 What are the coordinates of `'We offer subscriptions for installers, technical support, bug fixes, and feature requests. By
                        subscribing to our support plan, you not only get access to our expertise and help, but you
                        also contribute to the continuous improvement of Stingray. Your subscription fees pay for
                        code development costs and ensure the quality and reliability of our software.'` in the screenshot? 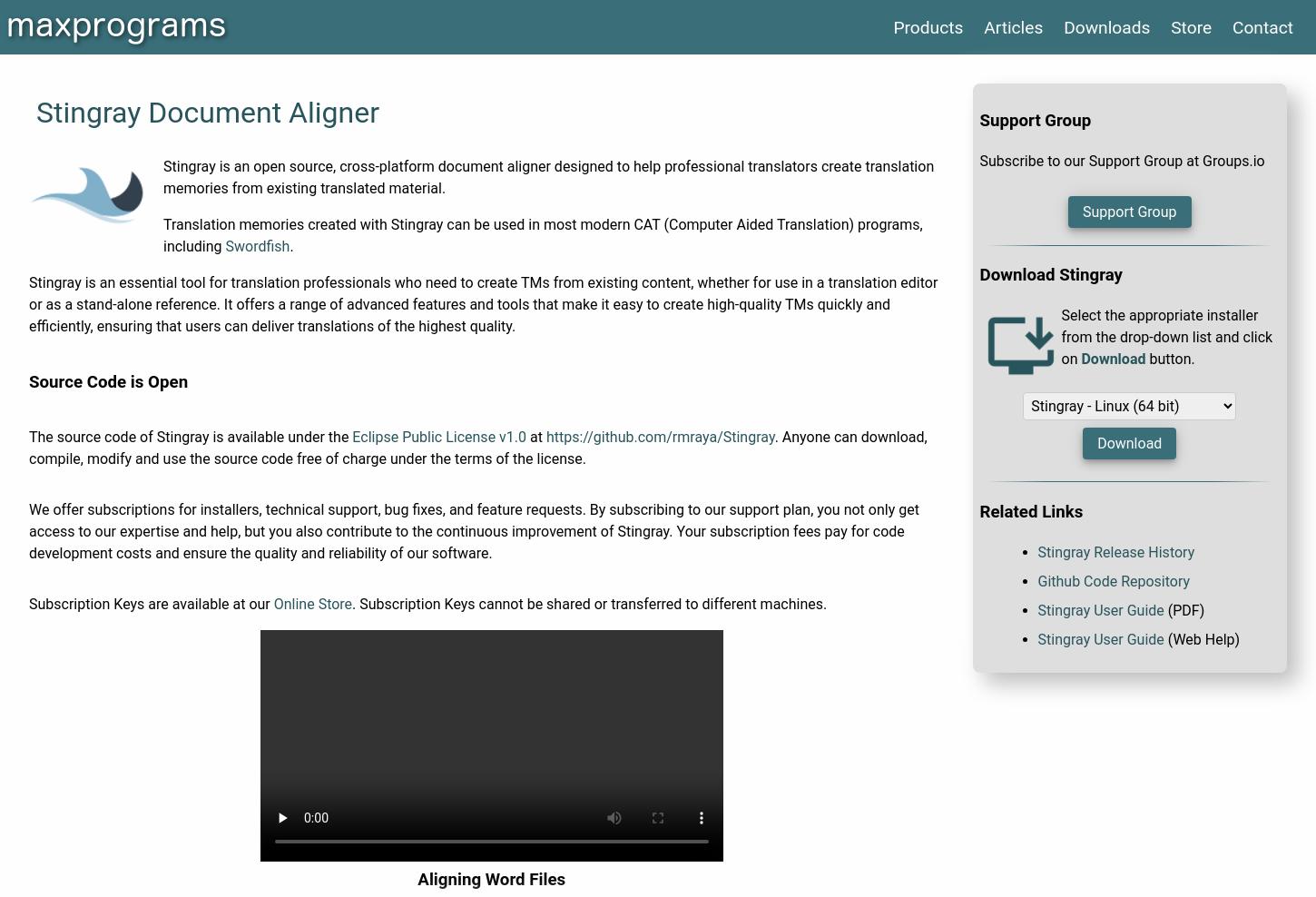 It's located at (474, 530).